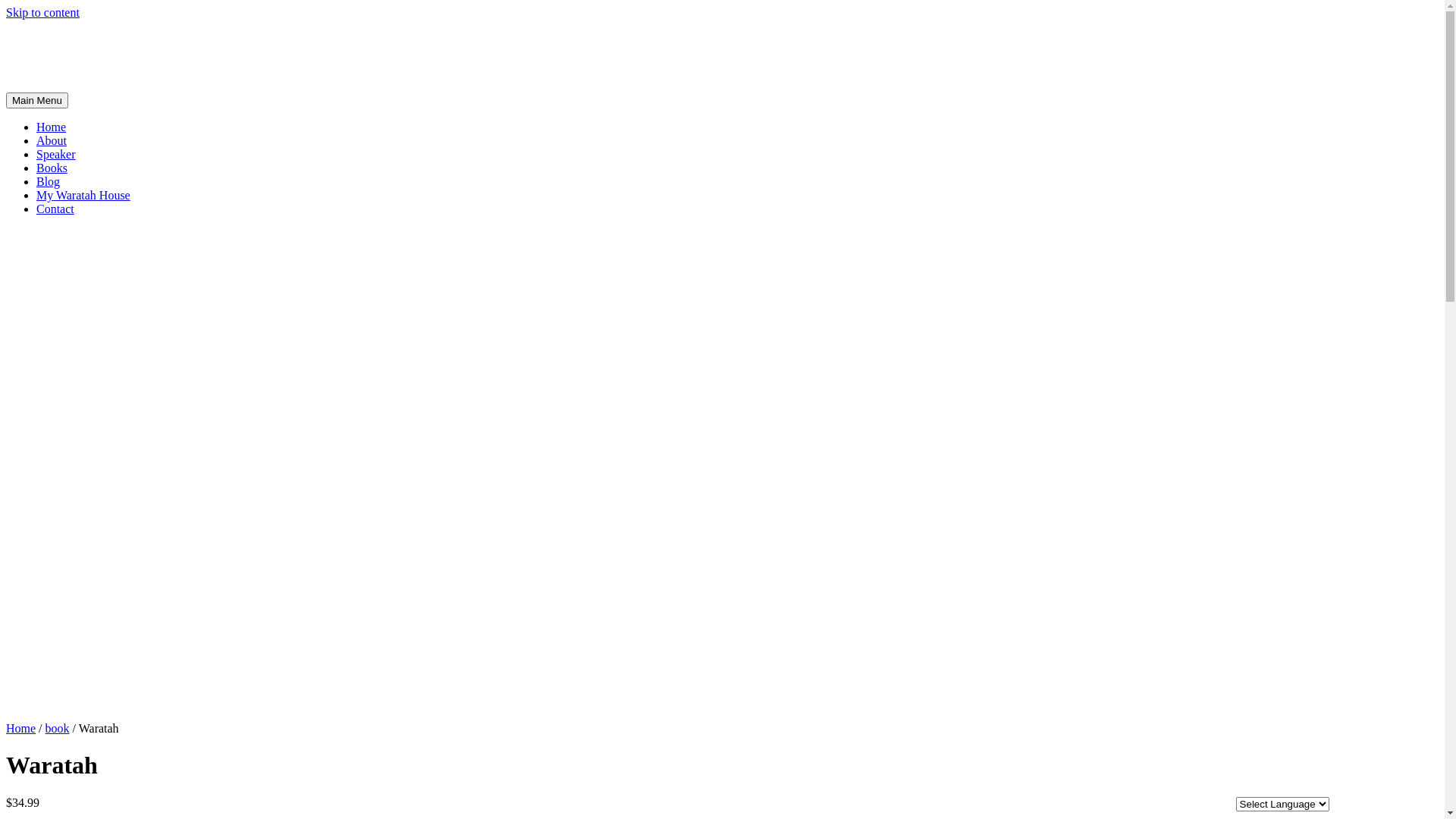  Describe the element at coordinates (42, 12) in the screenshot. I see `'Skip to content'` at that location.